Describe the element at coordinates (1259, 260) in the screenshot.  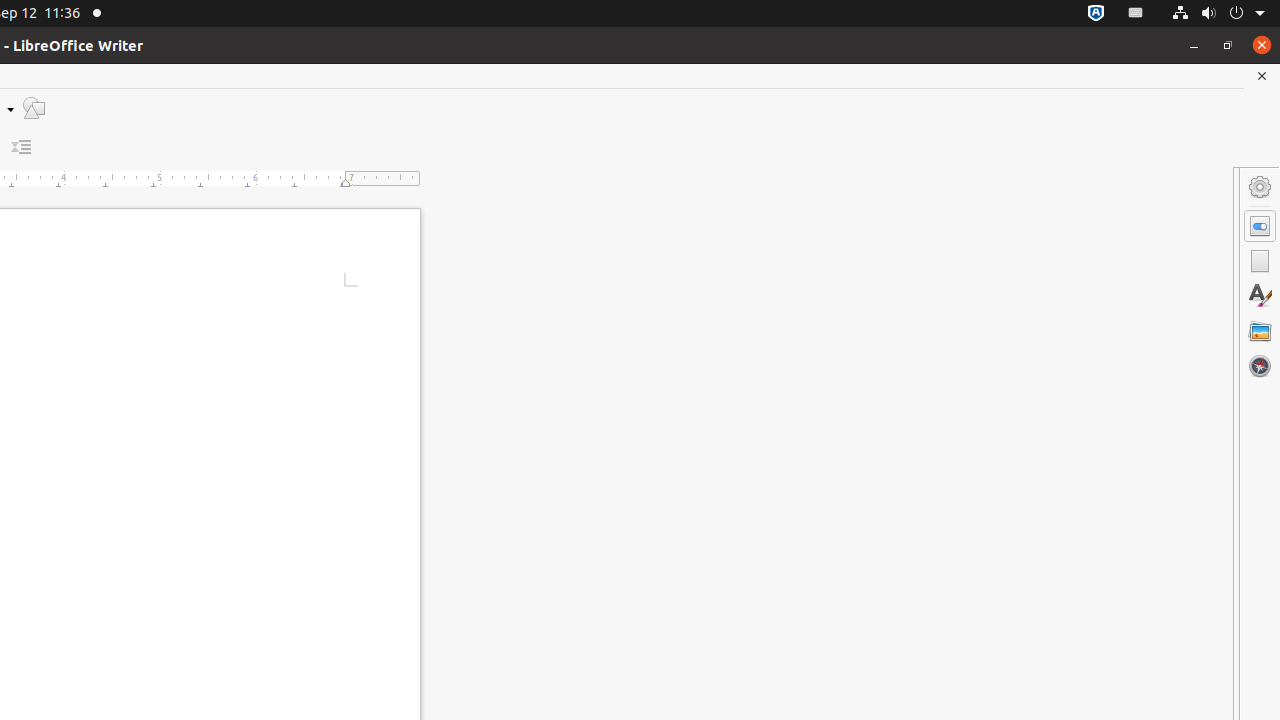
I see `'Page'` at that location.